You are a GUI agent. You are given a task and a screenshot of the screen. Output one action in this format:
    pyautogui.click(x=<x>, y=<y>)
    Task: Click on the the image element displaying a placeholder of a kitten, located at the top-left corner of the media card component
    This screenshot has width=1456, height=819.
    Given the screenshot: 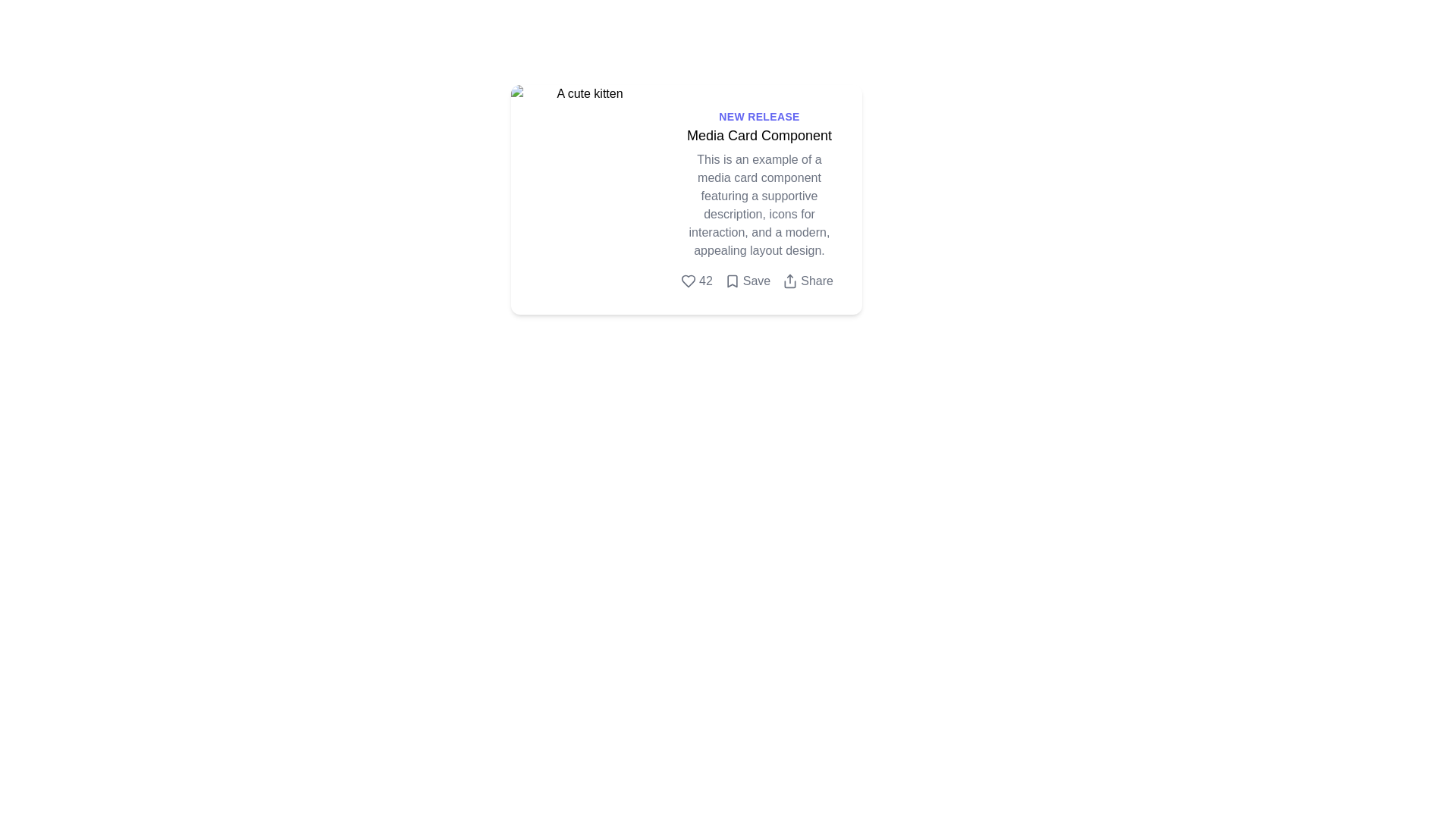 What is the action you would take?
    pyautogui.click(x=582, y=198)
    